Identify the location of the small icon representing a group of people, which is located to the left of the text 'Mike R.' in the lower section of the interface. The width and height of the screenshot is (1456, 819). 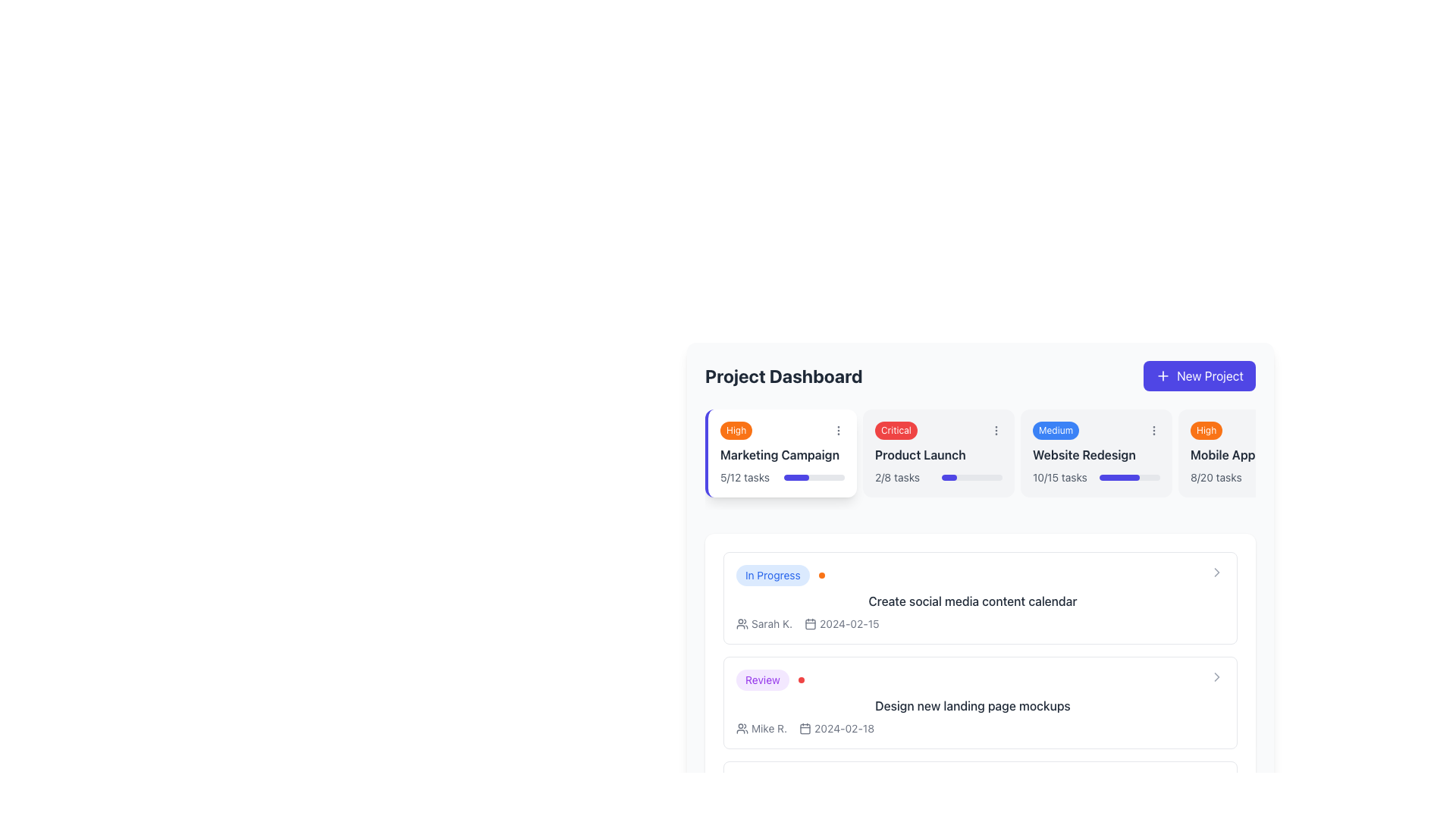
(742, 727).